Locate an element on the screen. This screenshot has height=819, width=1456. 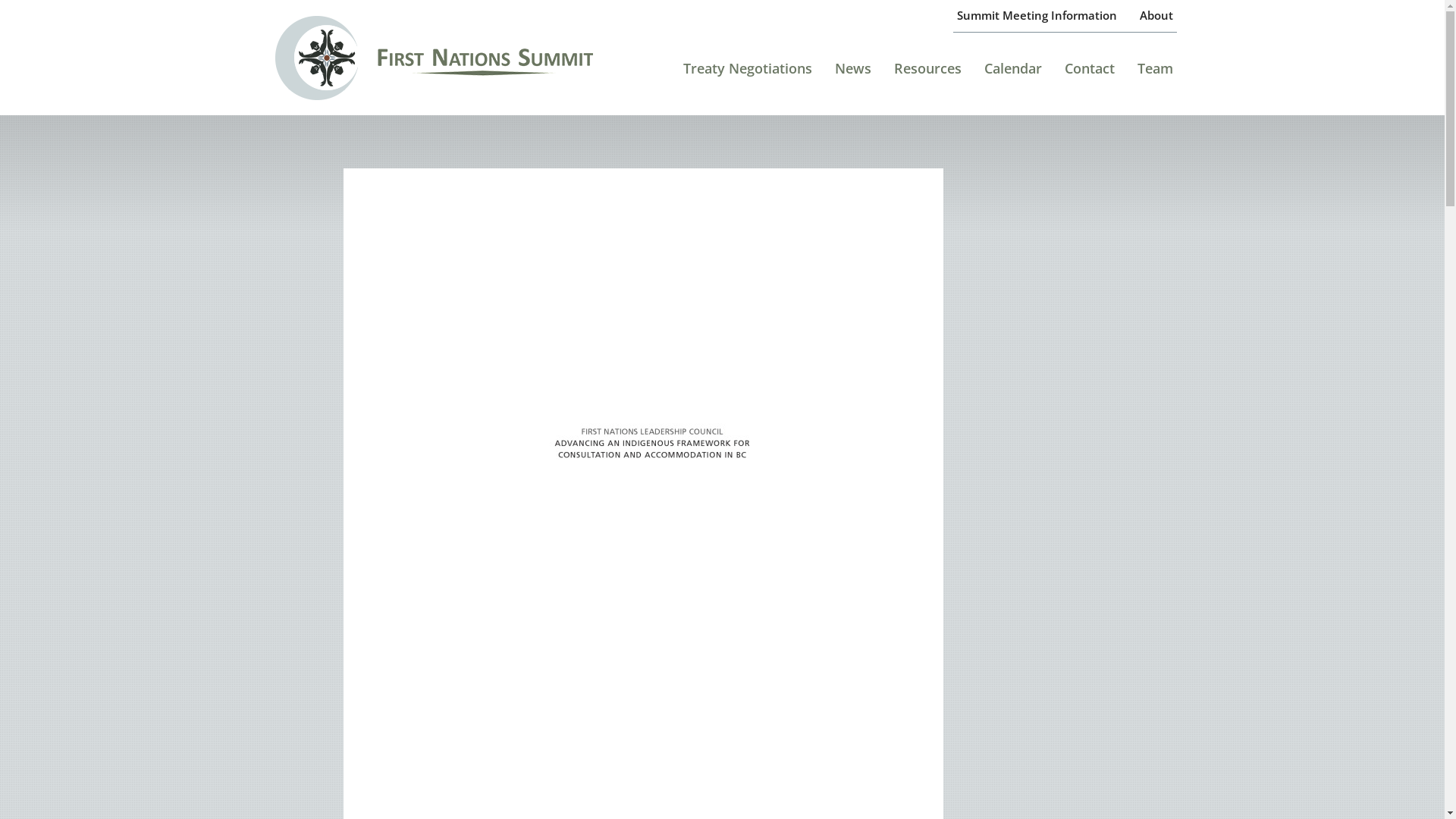
'About' is located at coordinates (1156, 15).